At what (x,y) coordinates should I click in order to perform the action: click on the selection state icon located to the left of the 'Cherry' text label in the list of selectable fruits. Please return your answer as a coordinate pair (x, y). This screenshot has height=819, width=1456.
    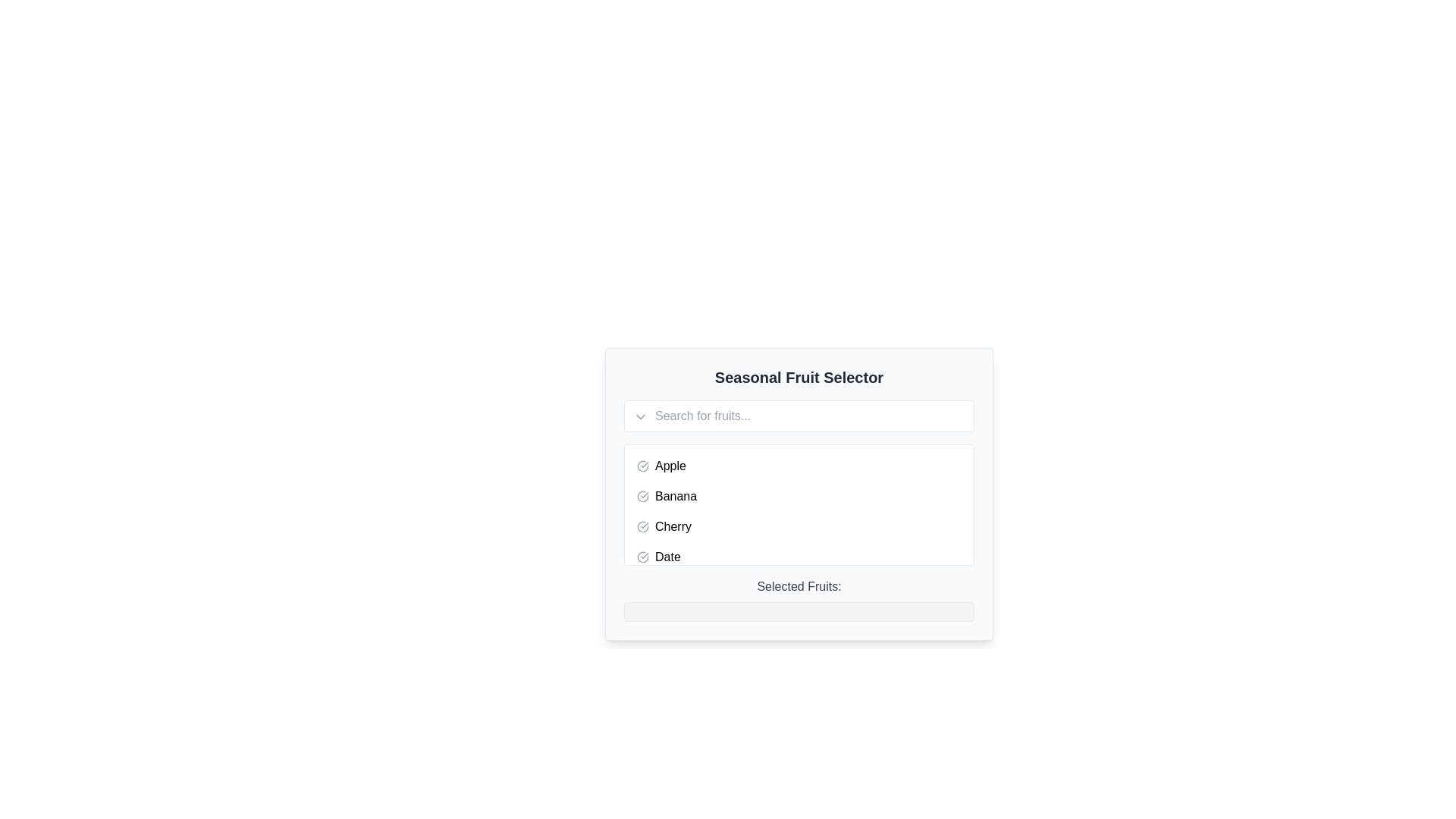
    Looking at the image, I should click on (643, 526).